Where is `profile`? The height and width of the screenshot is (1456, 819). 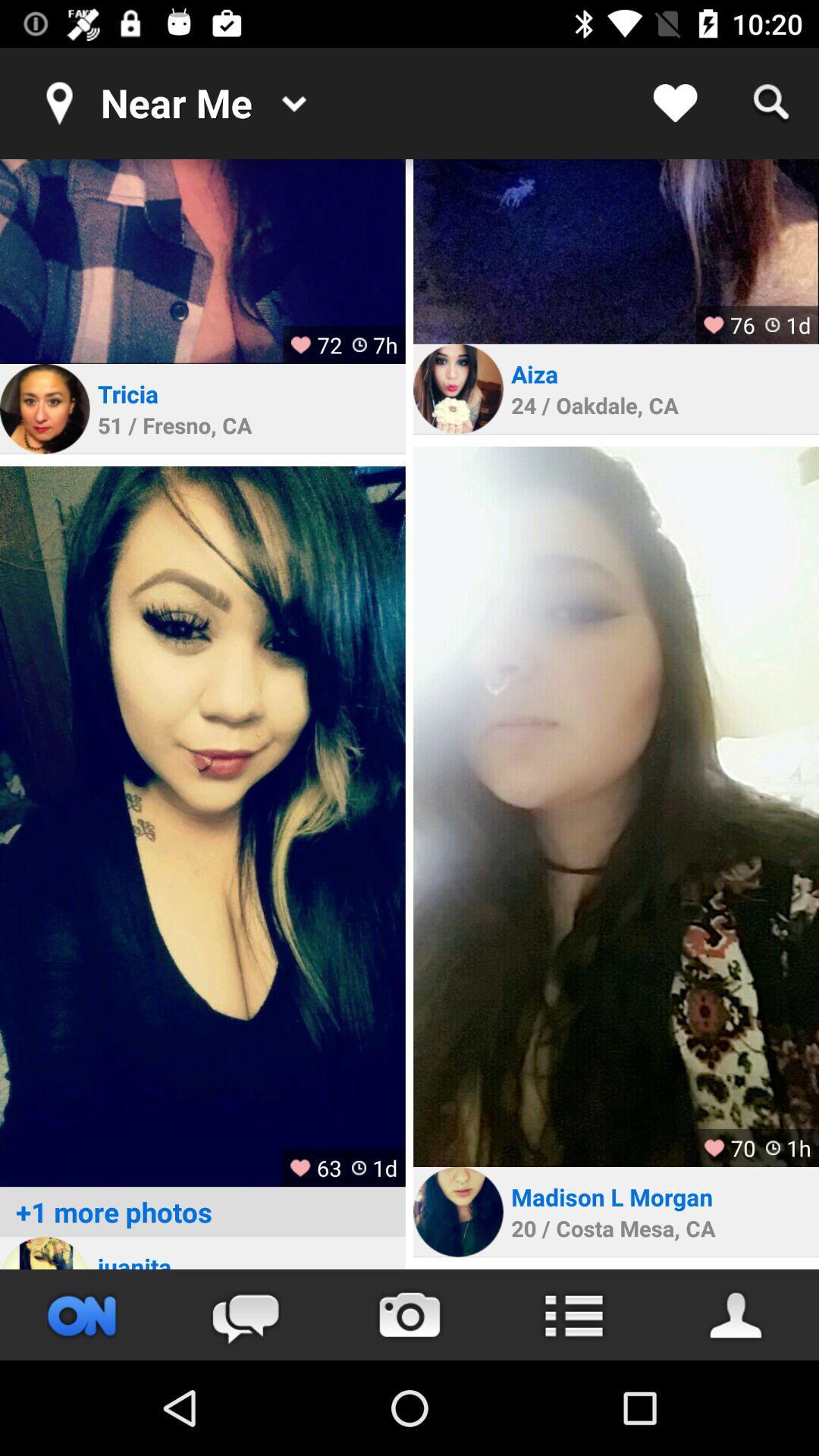
profile is located at coordinates (457, 389).